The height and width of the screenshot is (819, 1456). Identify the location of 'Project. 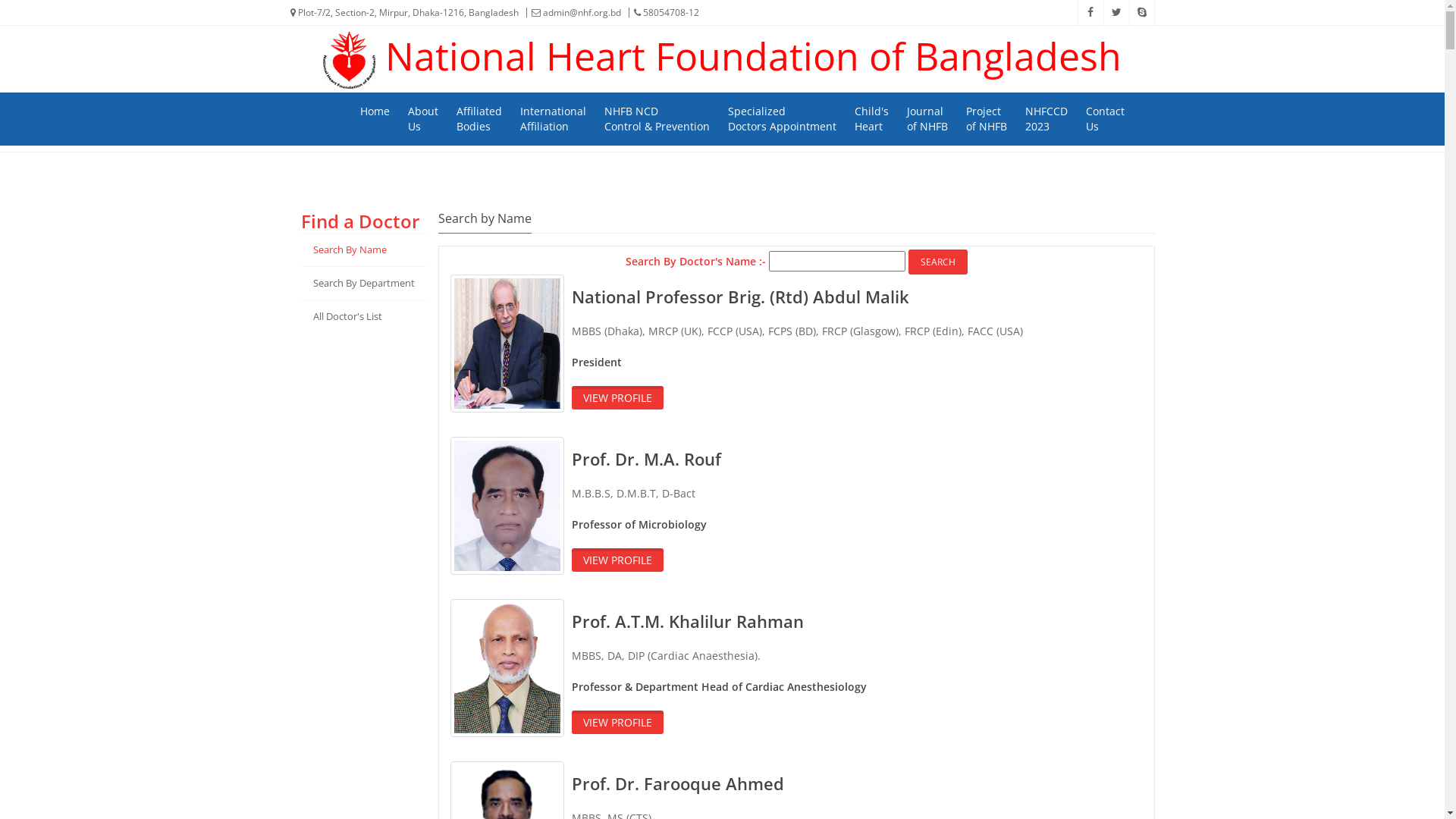
(986, 118).